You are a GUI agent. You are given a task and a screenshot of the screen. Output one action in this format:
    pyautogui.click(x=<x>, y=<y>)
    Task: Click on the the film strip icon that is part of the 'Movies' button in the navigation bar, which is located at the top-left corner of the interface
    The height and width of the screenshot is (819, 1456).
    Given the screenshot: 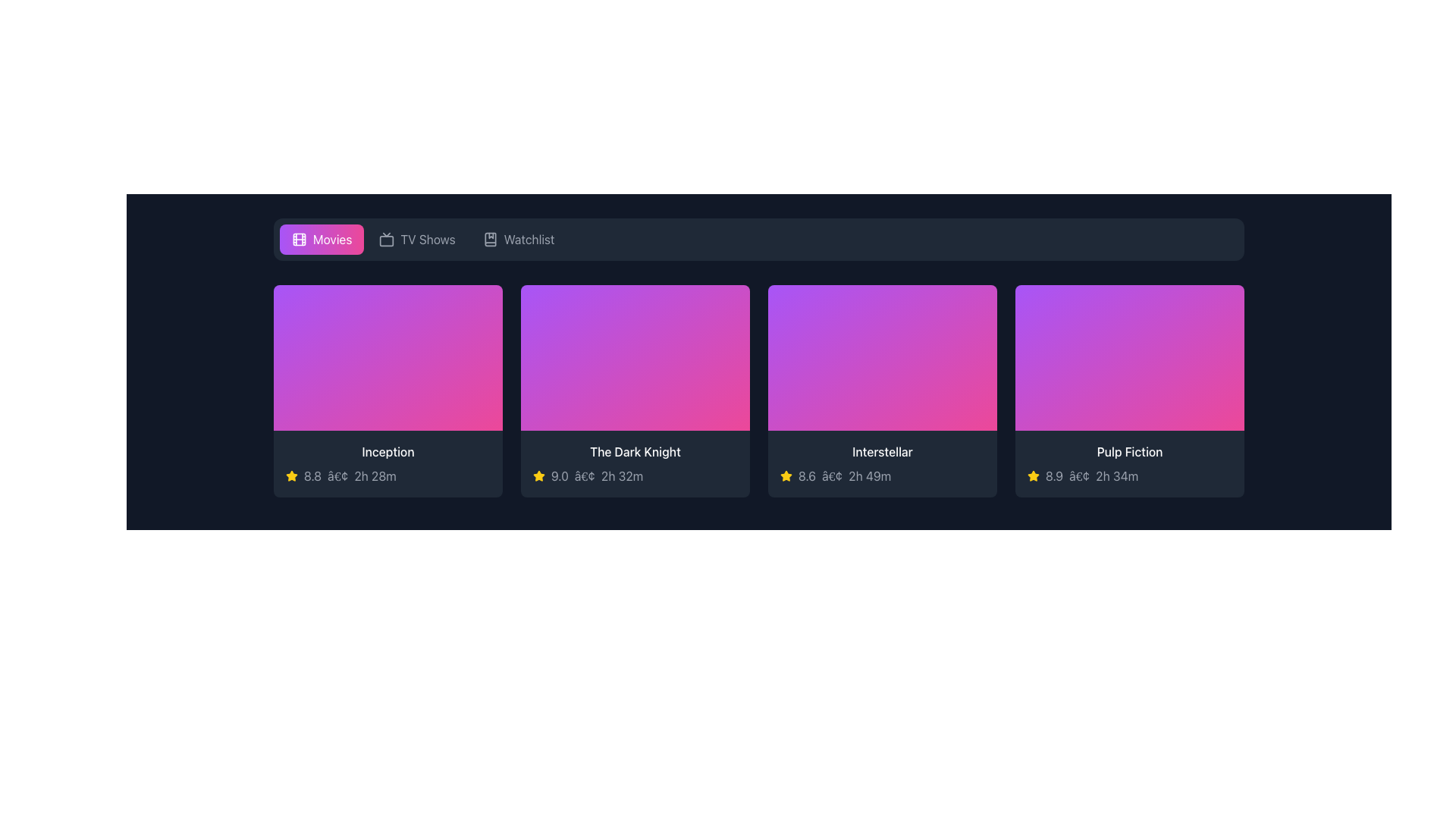 What is the action you would take?
    pyautogui.click(x=299, y=239)
    